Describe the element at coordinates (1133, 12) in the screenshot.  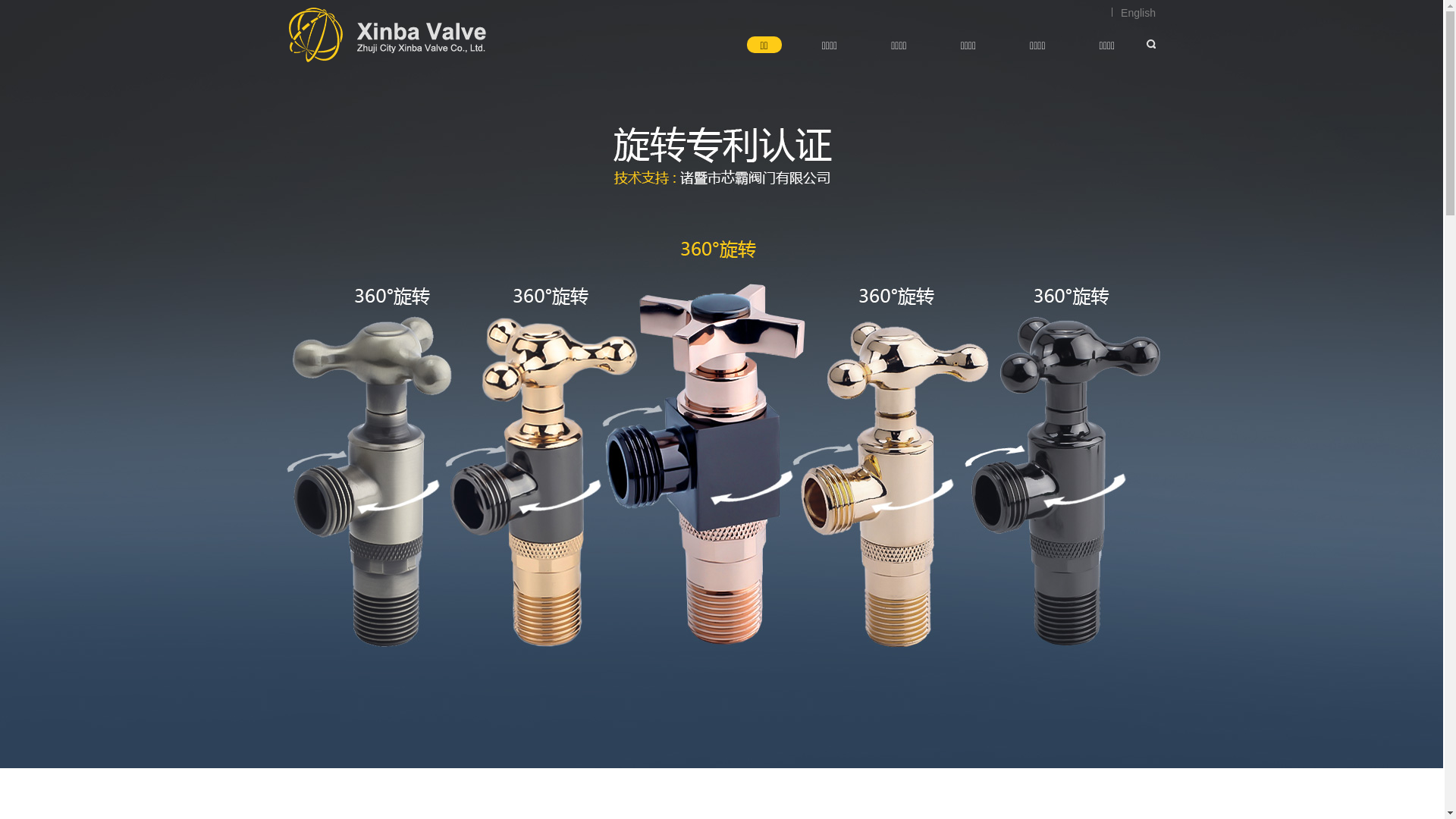
I see `'English'` at that location.